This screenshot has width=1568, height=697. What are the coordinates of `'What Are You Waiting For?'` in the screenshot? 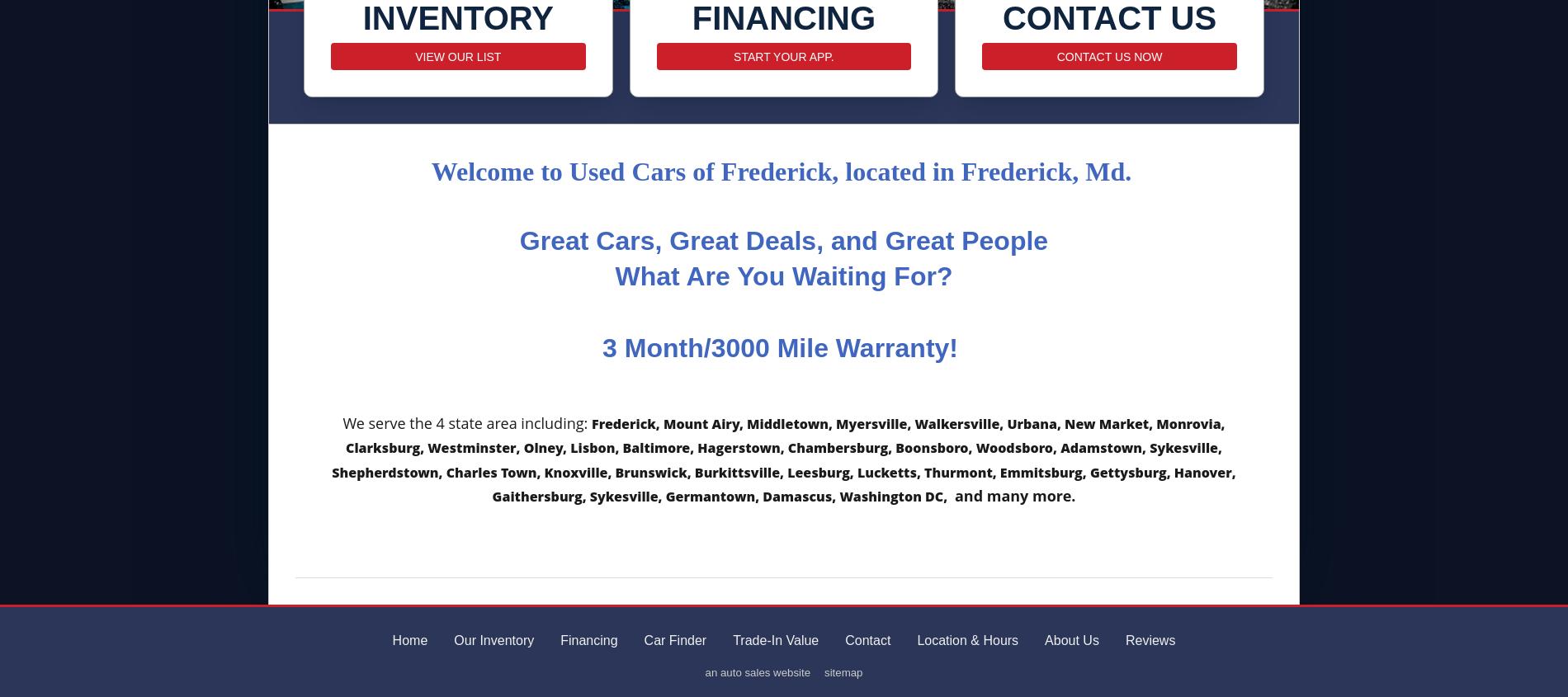 It's located at (782, 276).